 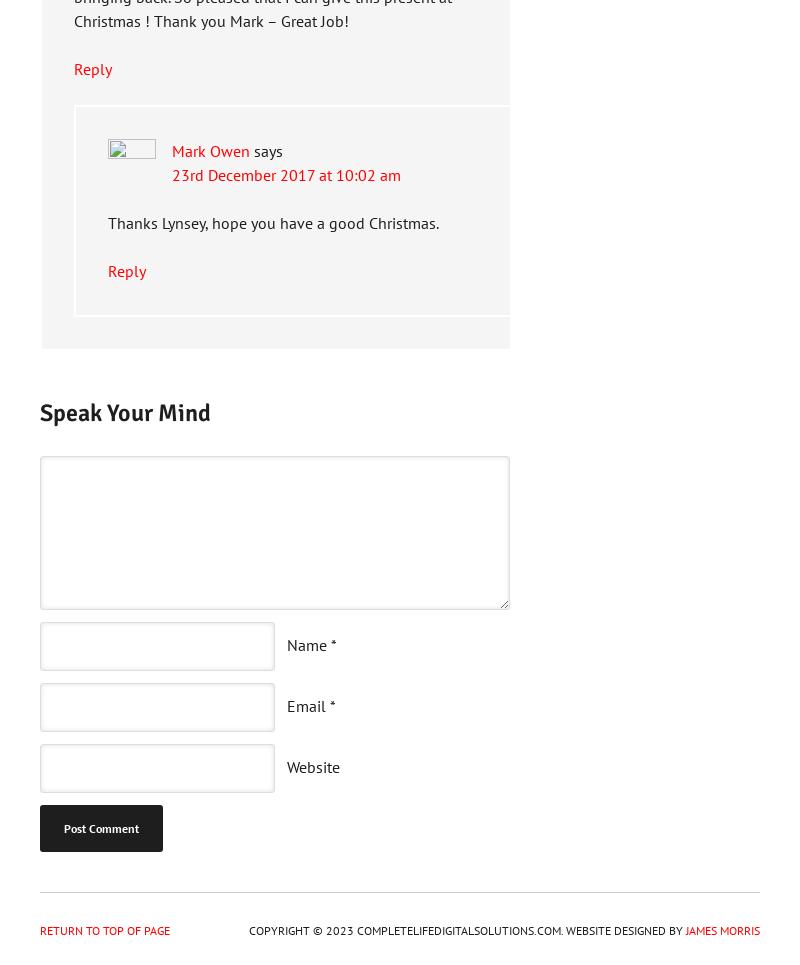 I want to click on '23rd December 2017 at 10:02 am', so click(x=286, y=173).